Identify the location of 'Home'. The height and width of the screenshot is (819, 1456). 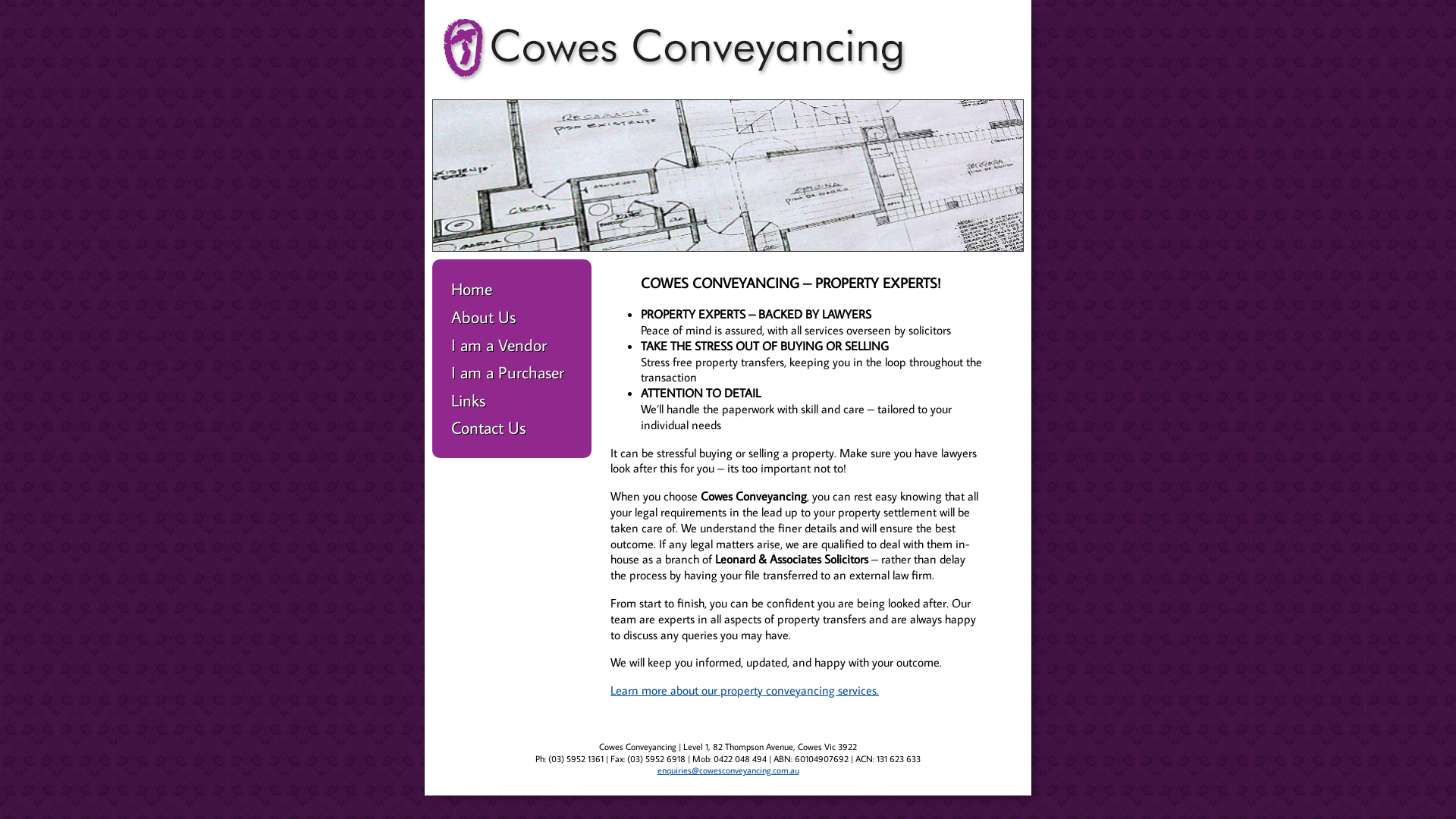
(512, 289).